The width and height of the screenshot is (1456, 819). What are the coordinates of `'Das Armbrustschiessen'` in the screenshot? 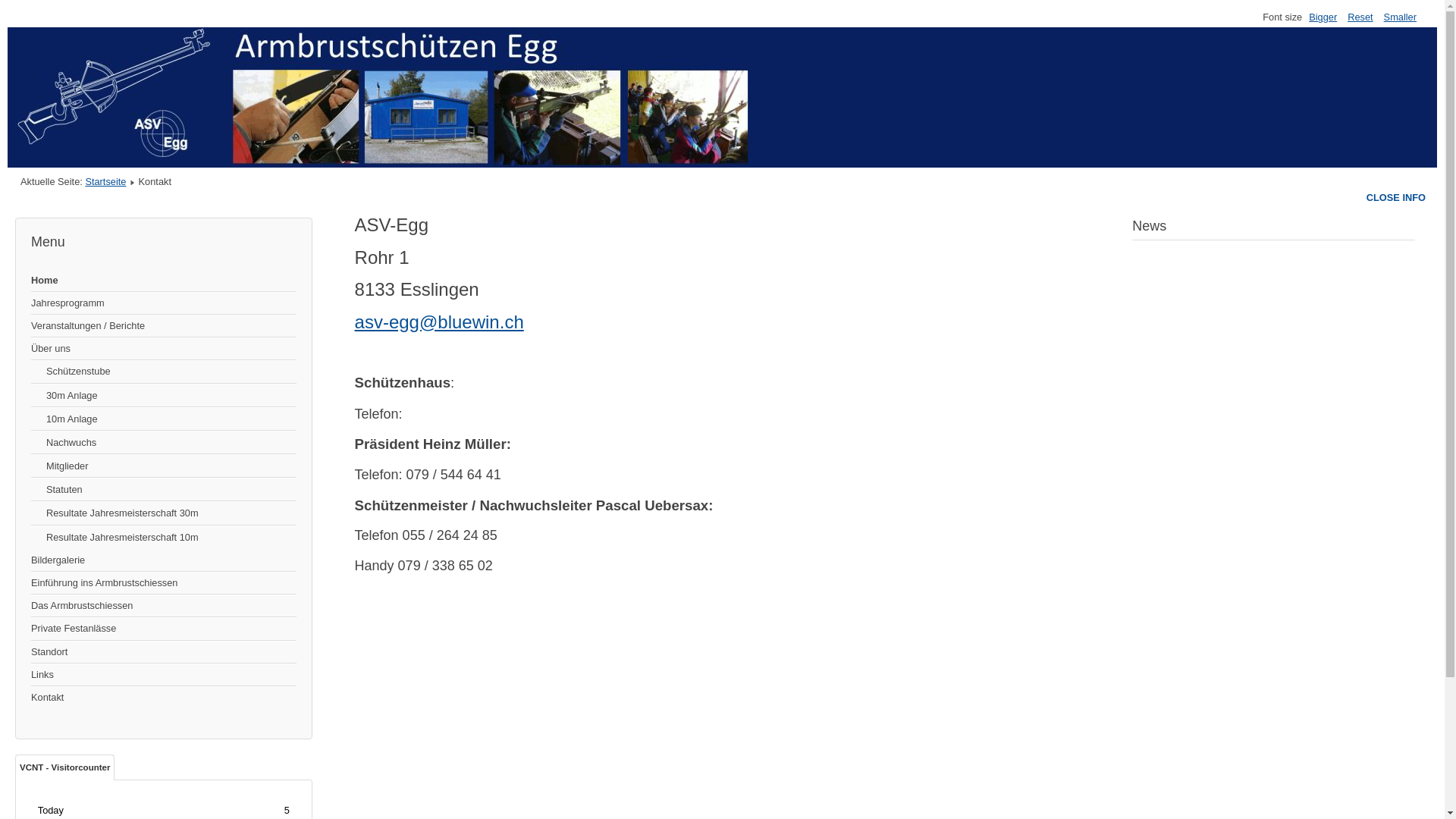 It's located at (164, 604).